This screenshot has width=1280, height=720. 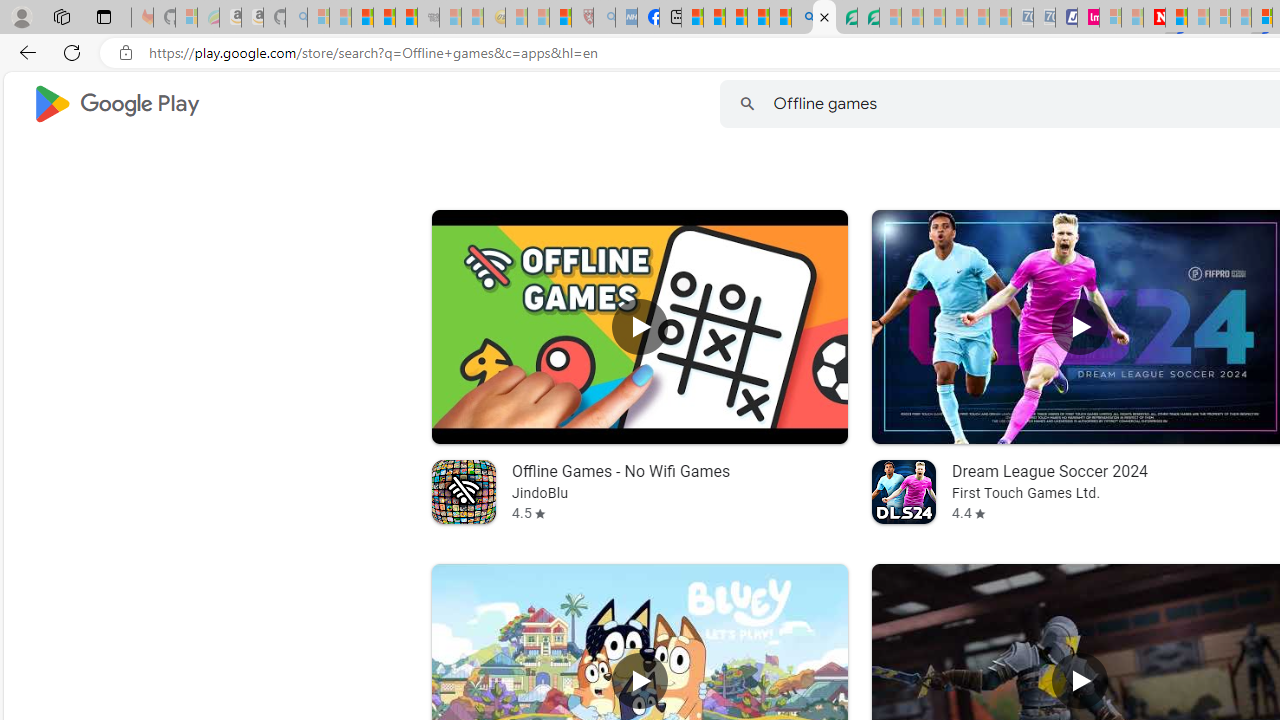 What do you see at coordinates (427, 17) in the screenshot?
I see `'Combat Siege'` at bounding box center [427, 17].